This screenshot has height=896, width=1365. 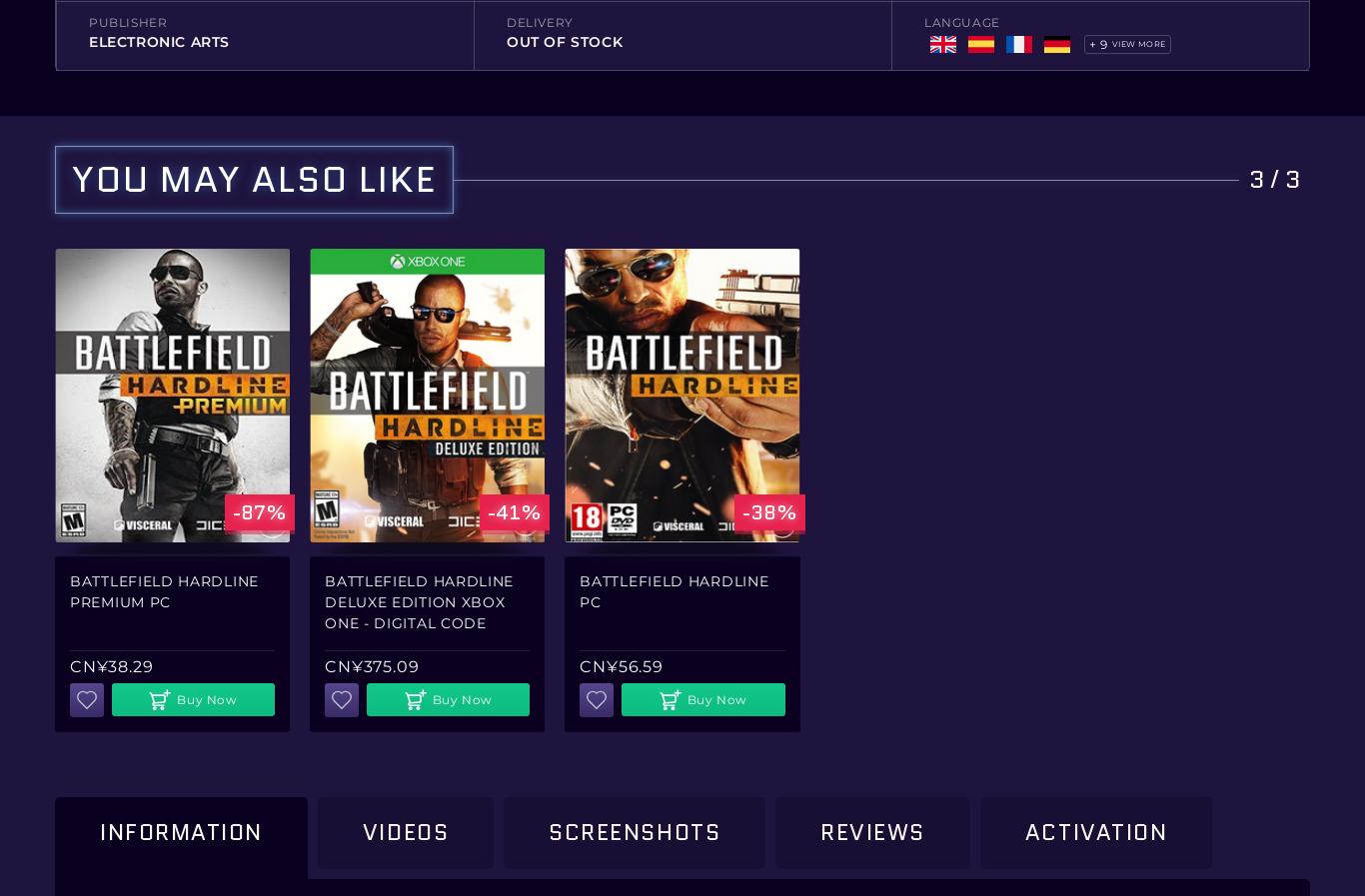 What do you see at coordinates (818, 831) in the screenshot?
I see `'Reviews'` at bounding box center [818, 831].